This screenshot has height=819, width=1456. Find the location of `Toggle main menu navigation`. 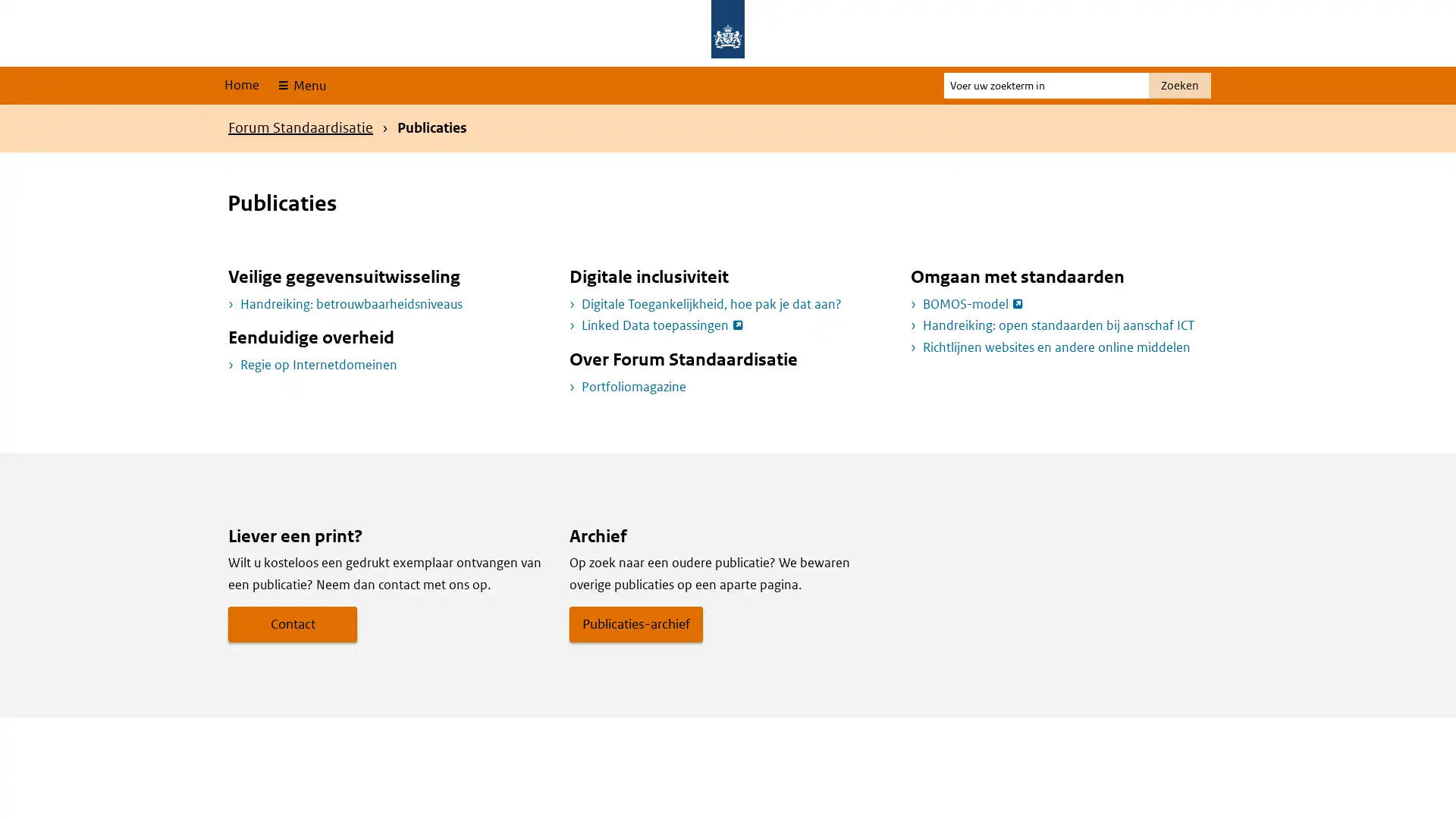

Toggle main menu navigation is located at coordinates (300, 85).